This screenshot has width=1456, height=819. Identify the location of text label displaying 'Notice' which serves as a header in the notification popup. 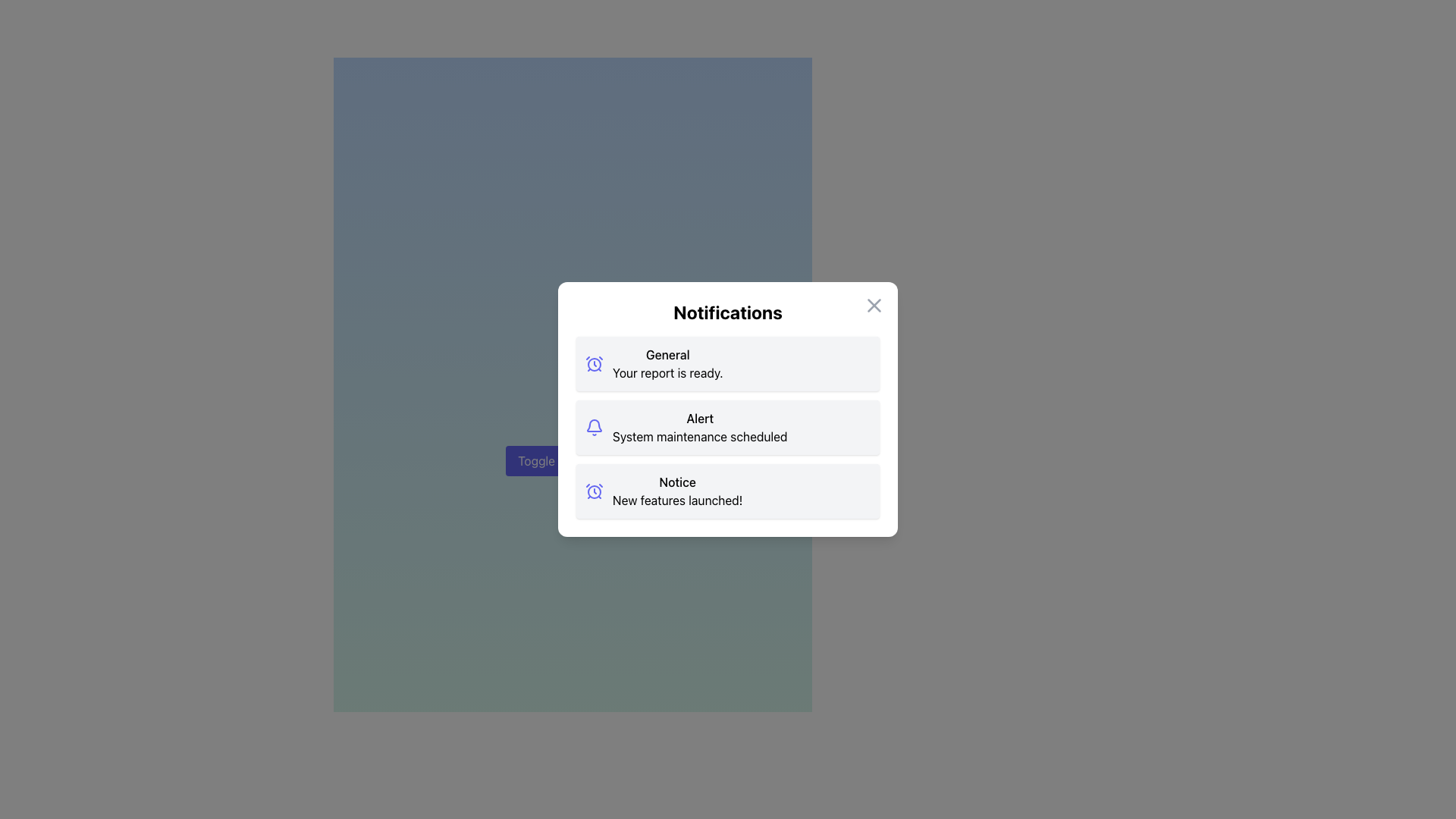
(676, 482).